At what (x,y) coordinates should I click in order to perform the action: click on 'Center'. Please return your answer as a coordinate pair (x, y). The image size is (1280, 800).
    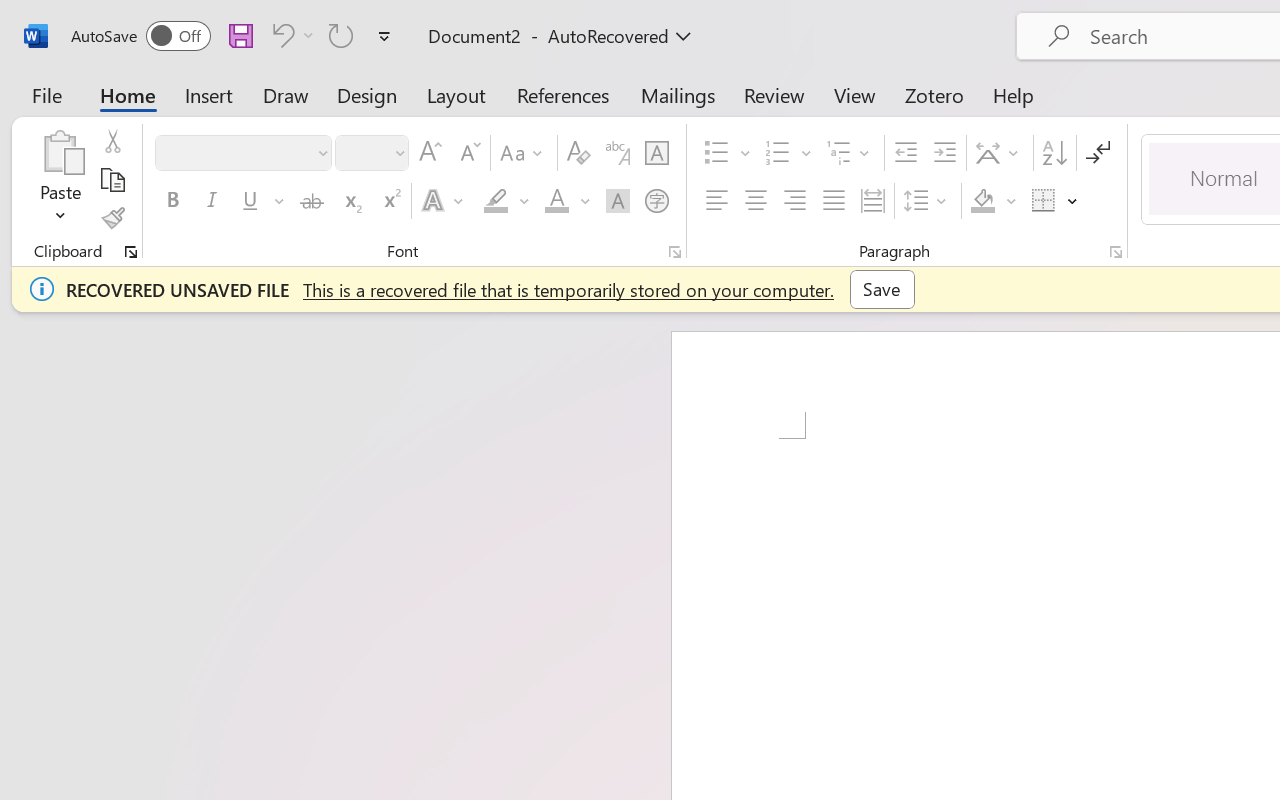
    Looking at the image, I should click on (755, 201).